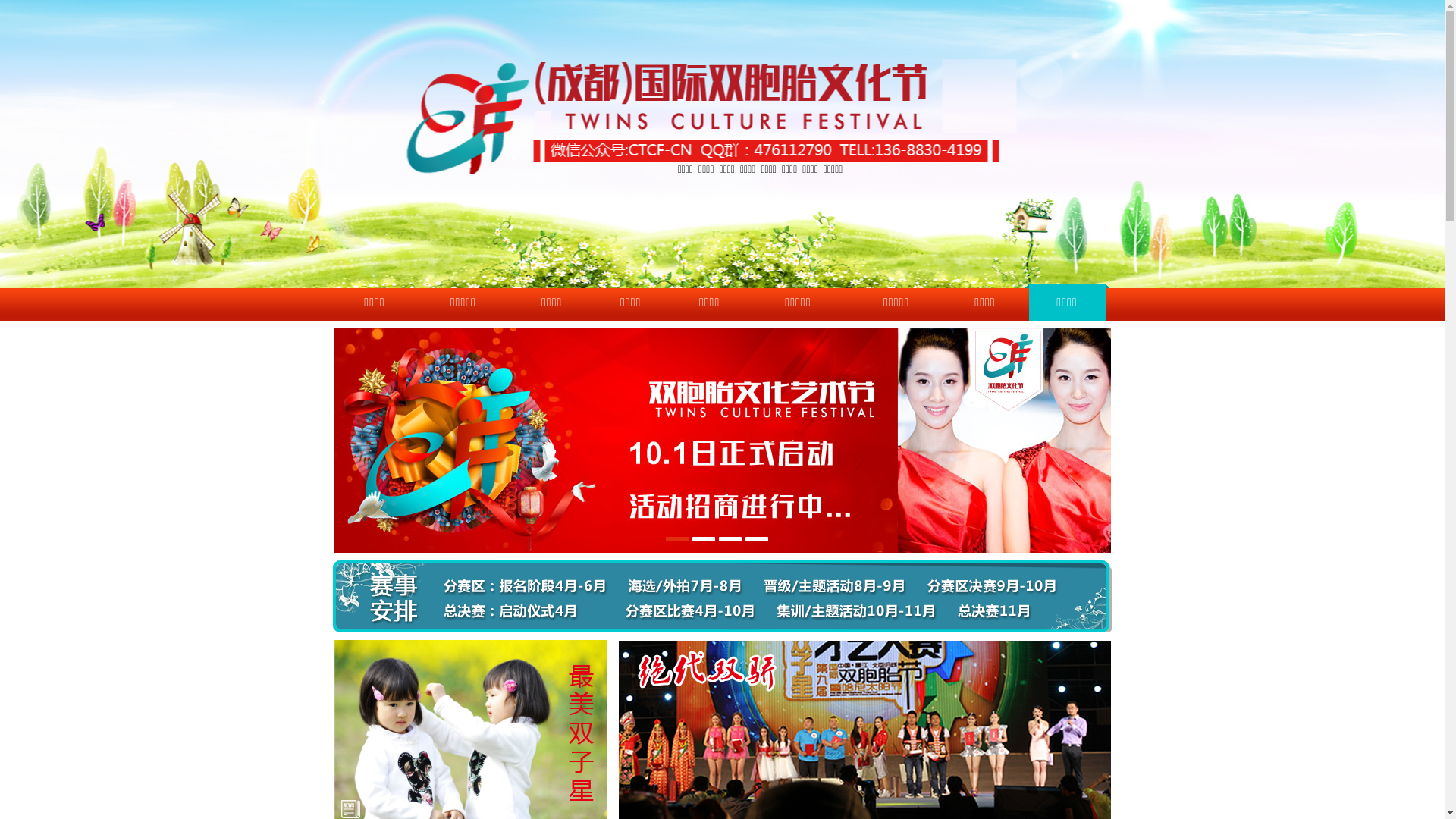  What do you see at coordinates (730, 538) in the screenshot?
I see `'3'` at bounding box center [730, 538].